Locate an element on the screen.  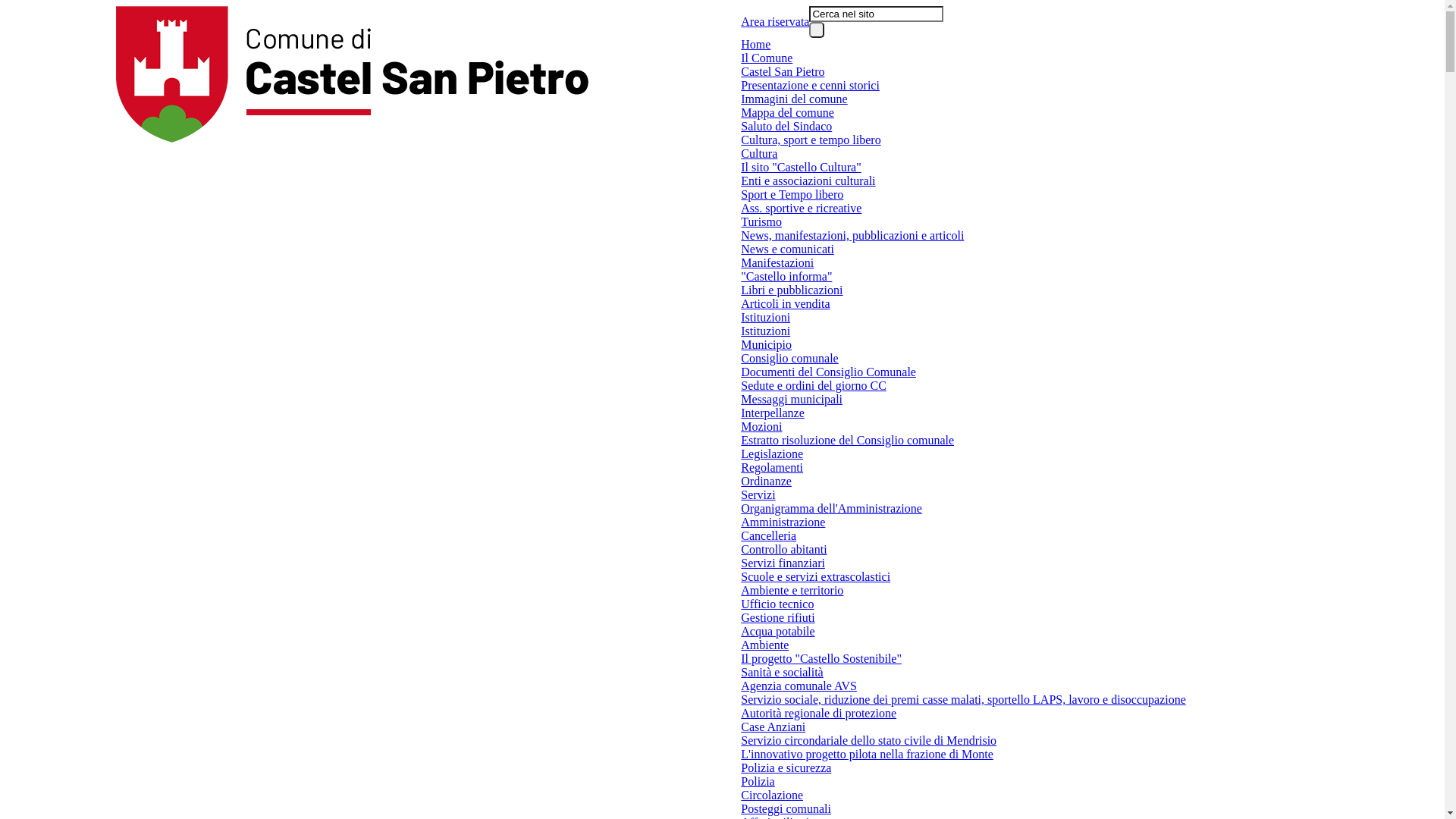
'Sedute e ordini del giorno CC' is located at coordinates (813, 385).